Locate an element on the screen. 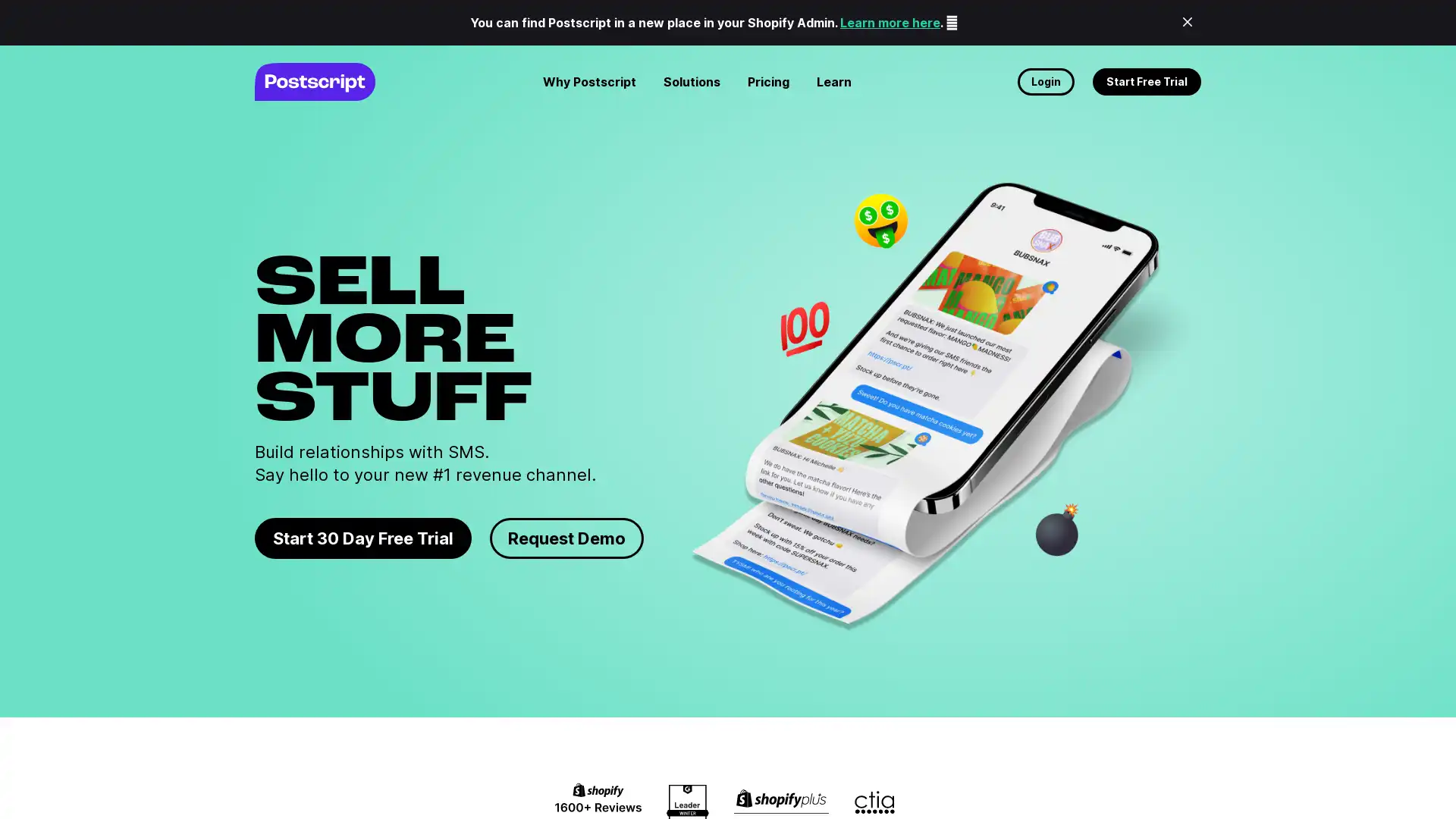 Image resolution: width=1456 pixels, height=819 pixels. Close is located at coordinates (1422, 391).